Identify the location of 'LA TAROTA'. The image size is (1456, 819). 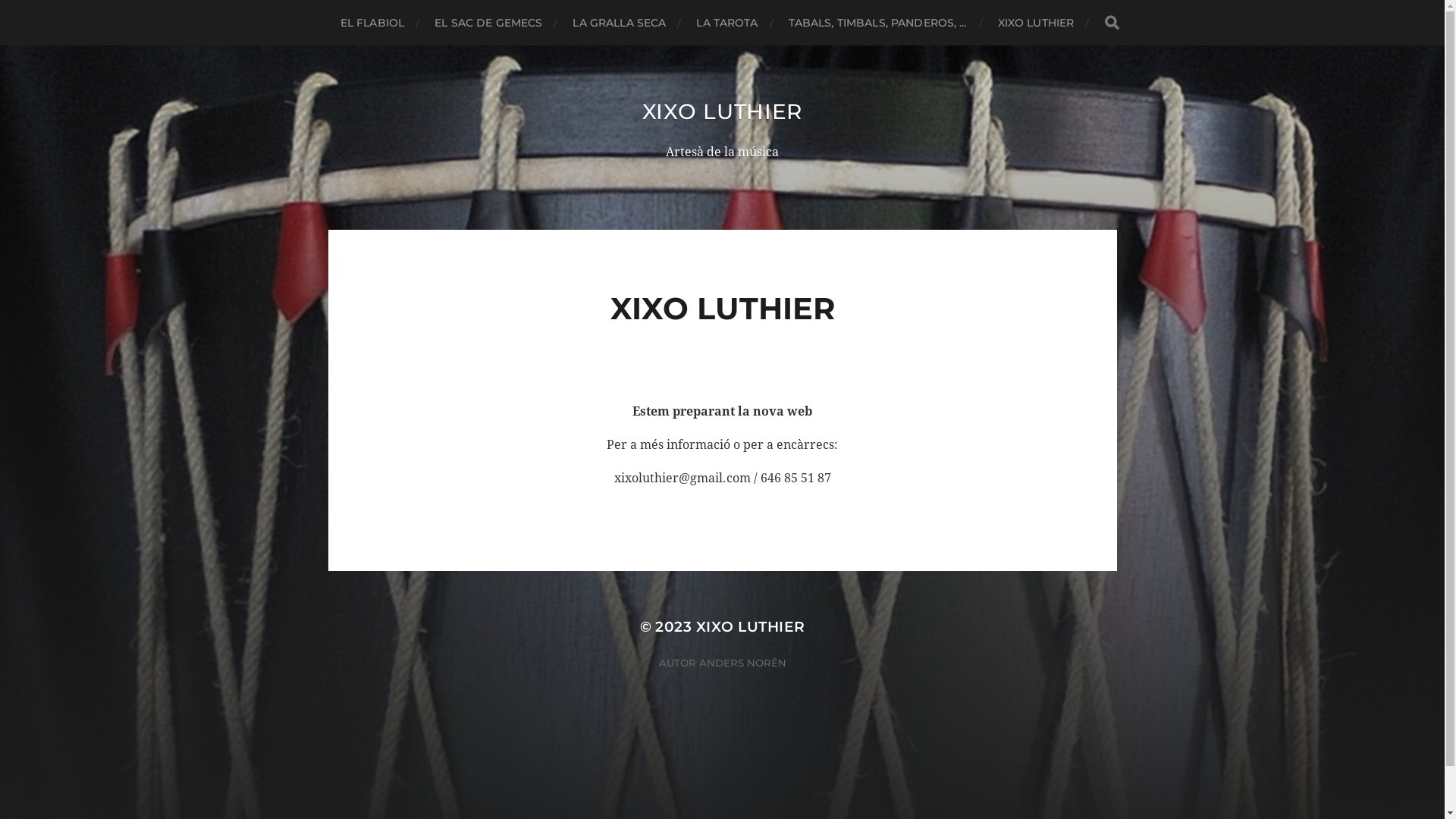
(726, 23).